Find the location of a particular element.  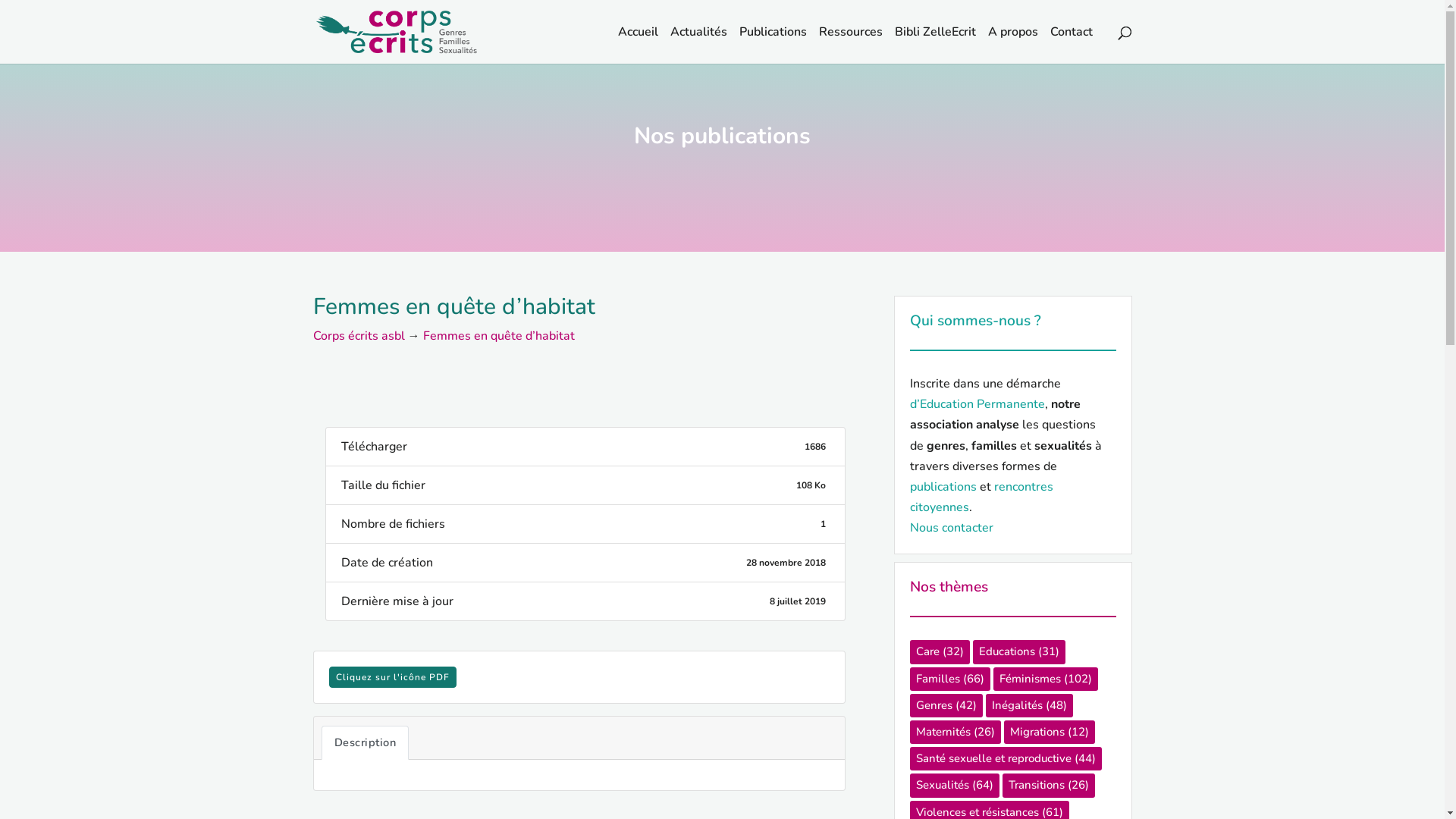

'Care (32)' is located at coordinates (939, 651).